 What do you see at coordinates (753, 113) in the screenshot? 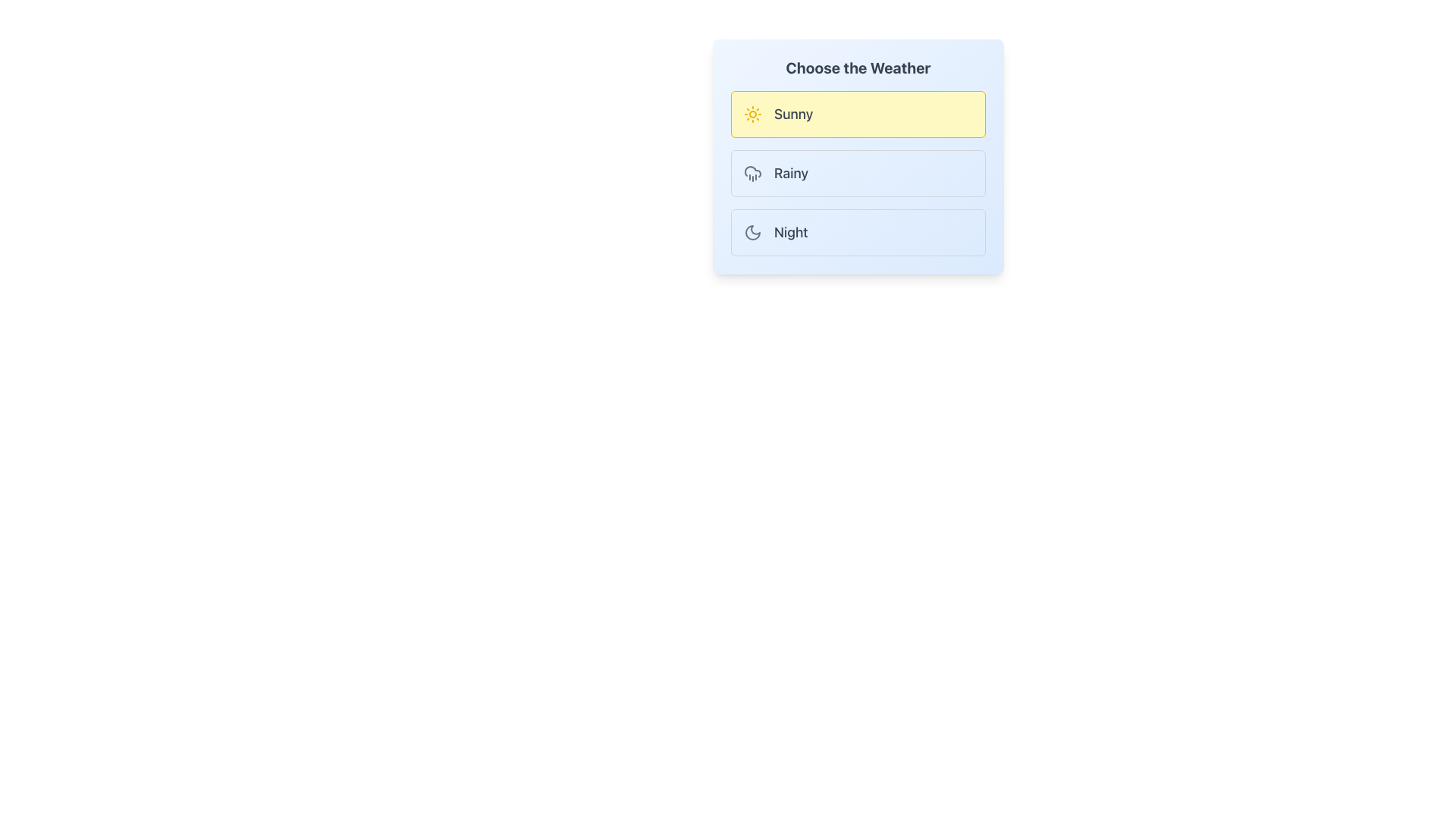
I see `the sun icon located in the highlighted section labeled 'Sunny', positioned to the left of the text label 'Sunny'` at bounding box center [753, 113].